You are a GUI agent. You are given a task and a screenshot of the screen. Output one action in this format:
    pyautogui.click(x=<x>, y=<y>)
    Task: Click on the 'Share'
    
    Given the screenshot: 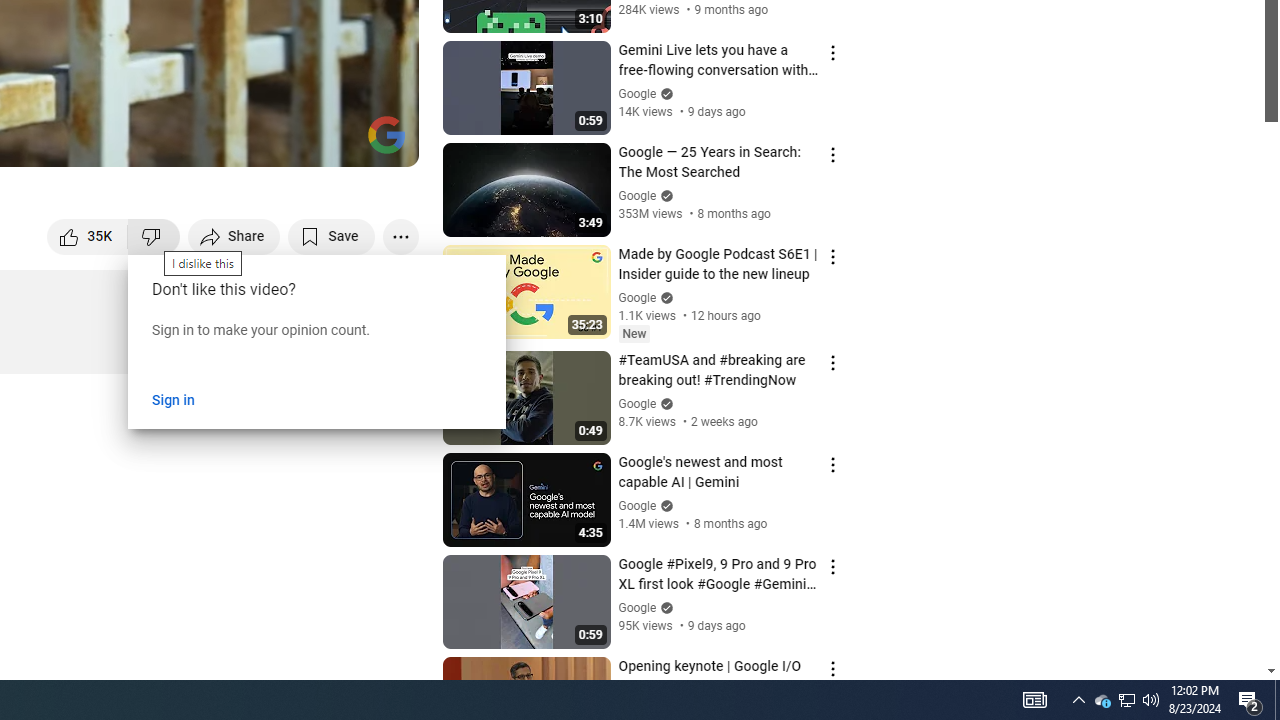 What is the action you would take?
    pyautogui.click(x=234, y=235)
    